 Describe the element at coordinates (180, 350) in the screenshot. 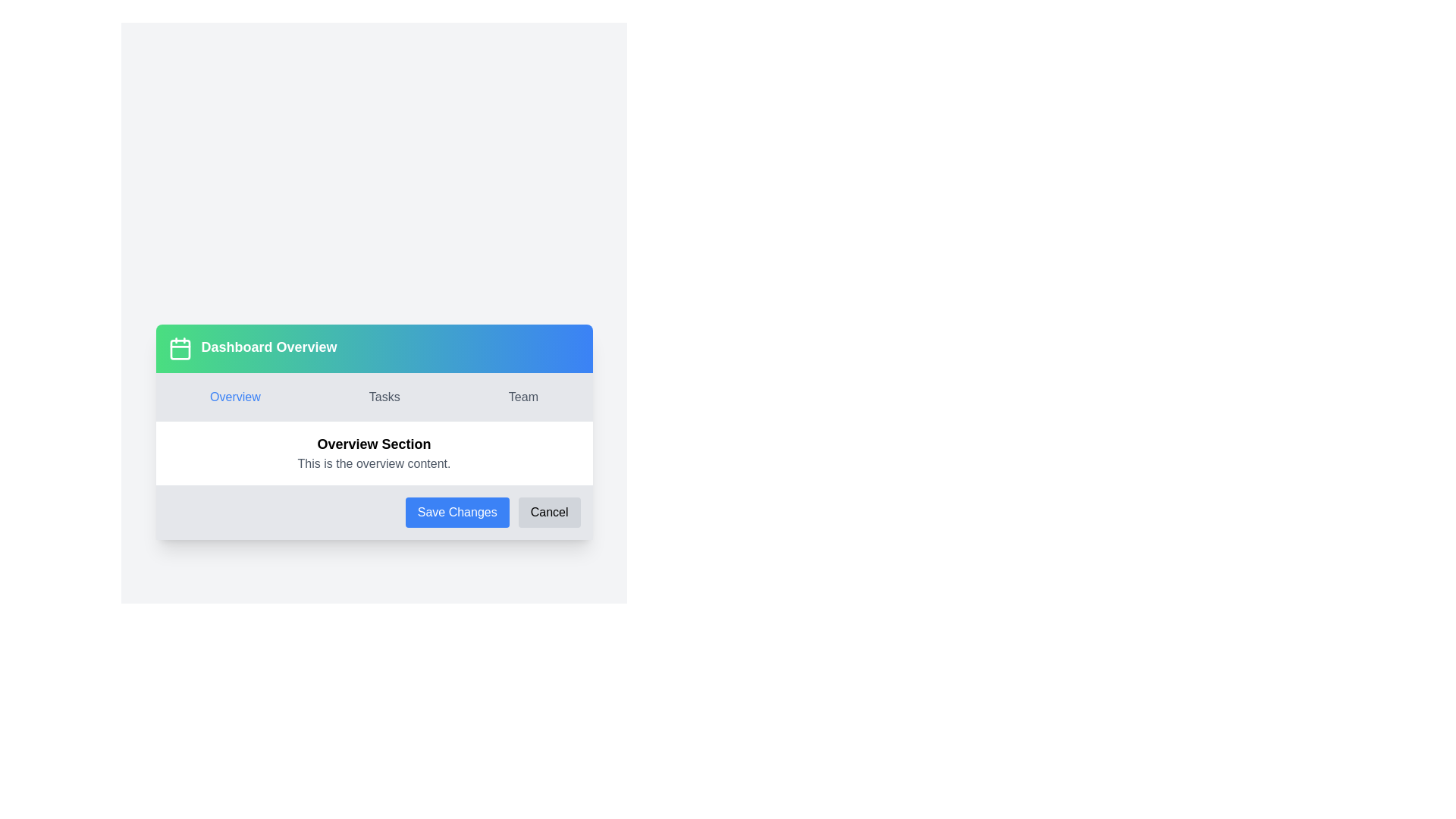

I see `small green square with rounded corners located inside the calendar icon, which is positioned below the top border of the calendar in the header section` at that location.